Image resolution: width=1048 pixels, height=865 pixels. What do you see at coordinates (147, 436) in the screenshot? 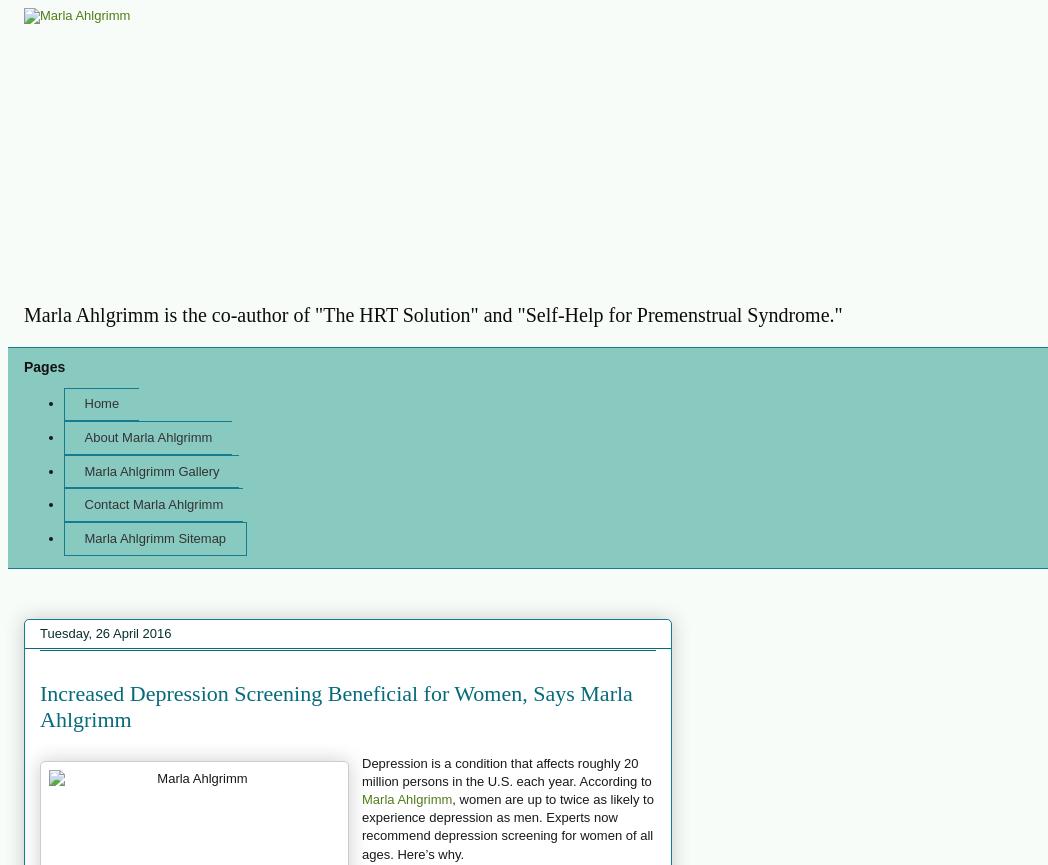
I see `'About Marla Ahlgrimm'` at bounding box center [147, 436].